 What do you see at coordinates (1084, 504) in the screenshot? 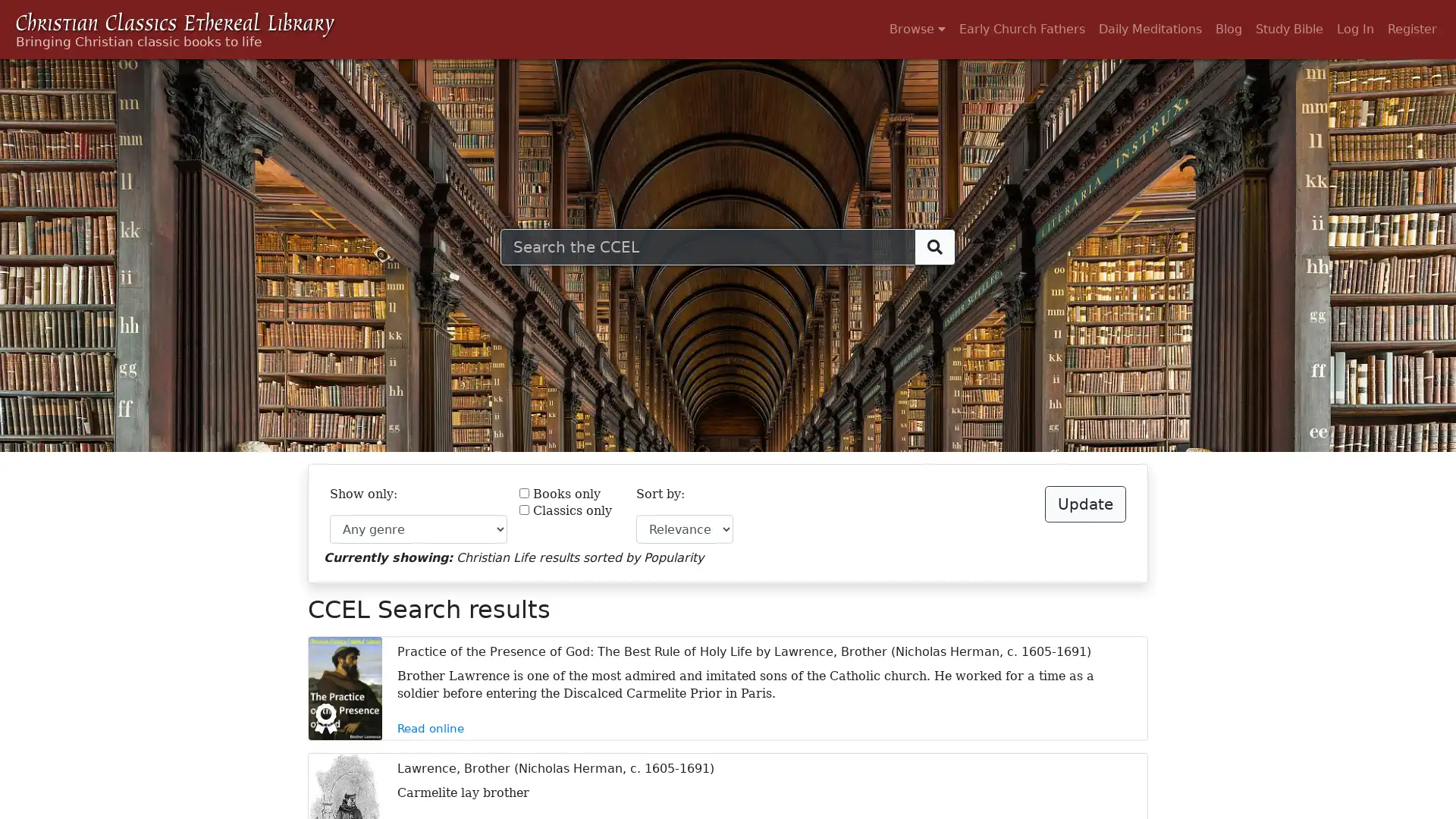
I see `Update` at bounding box center [1084, 504].